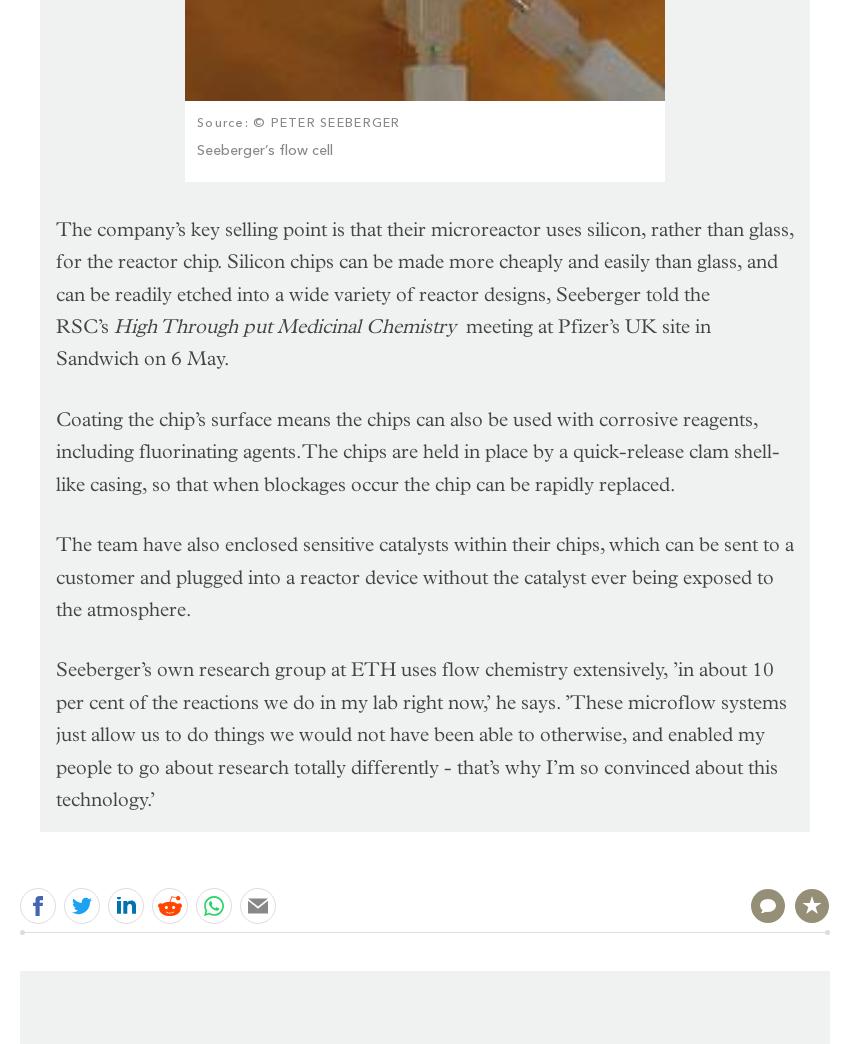  What do you see at coordinates (515, 859) in the screenshot?
I see `'Please'` at bounding box center [515, 859].